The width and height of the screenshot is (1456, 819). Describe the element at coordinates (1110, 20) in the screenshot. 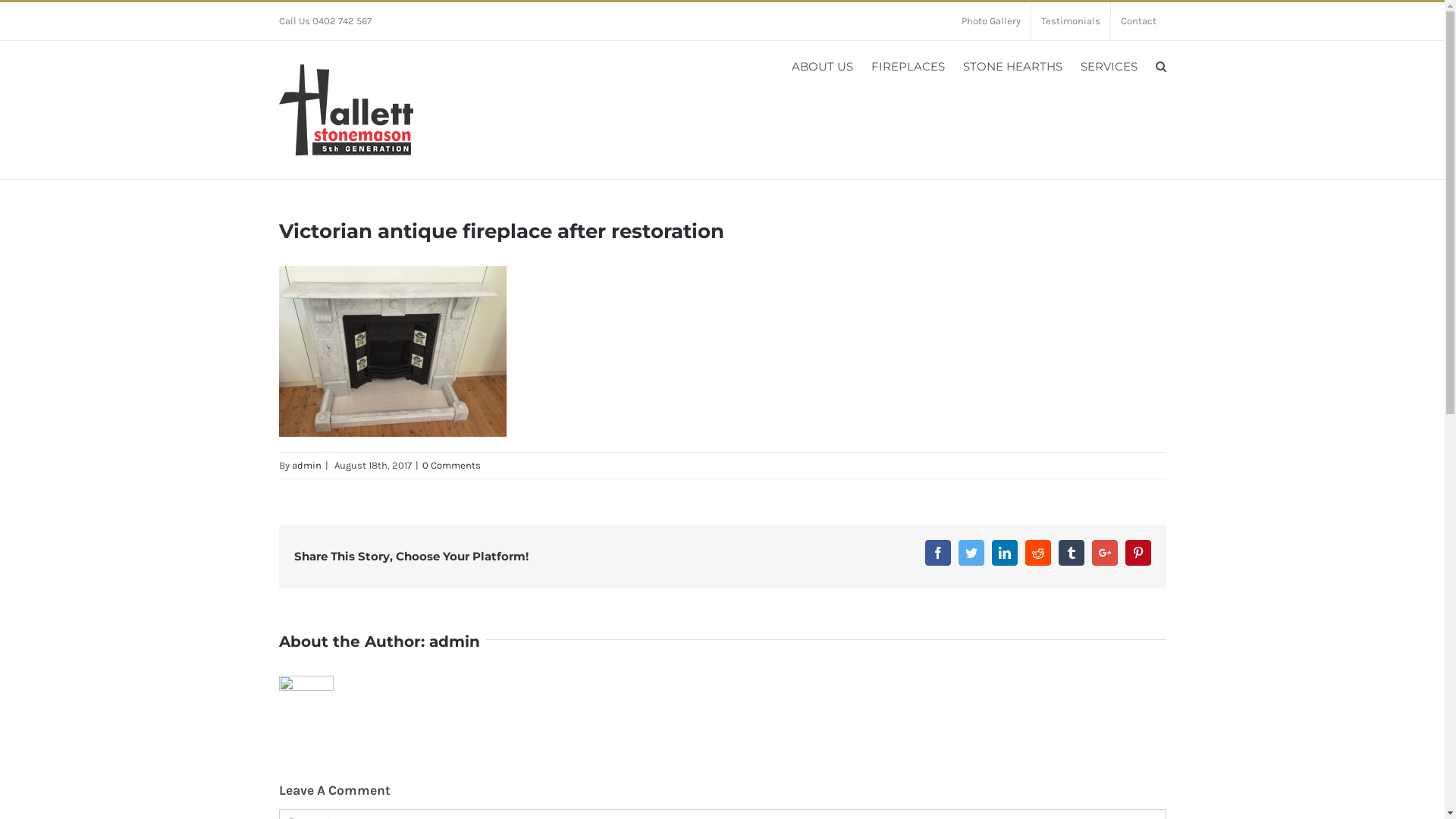

I see `'Contact'` at that location.